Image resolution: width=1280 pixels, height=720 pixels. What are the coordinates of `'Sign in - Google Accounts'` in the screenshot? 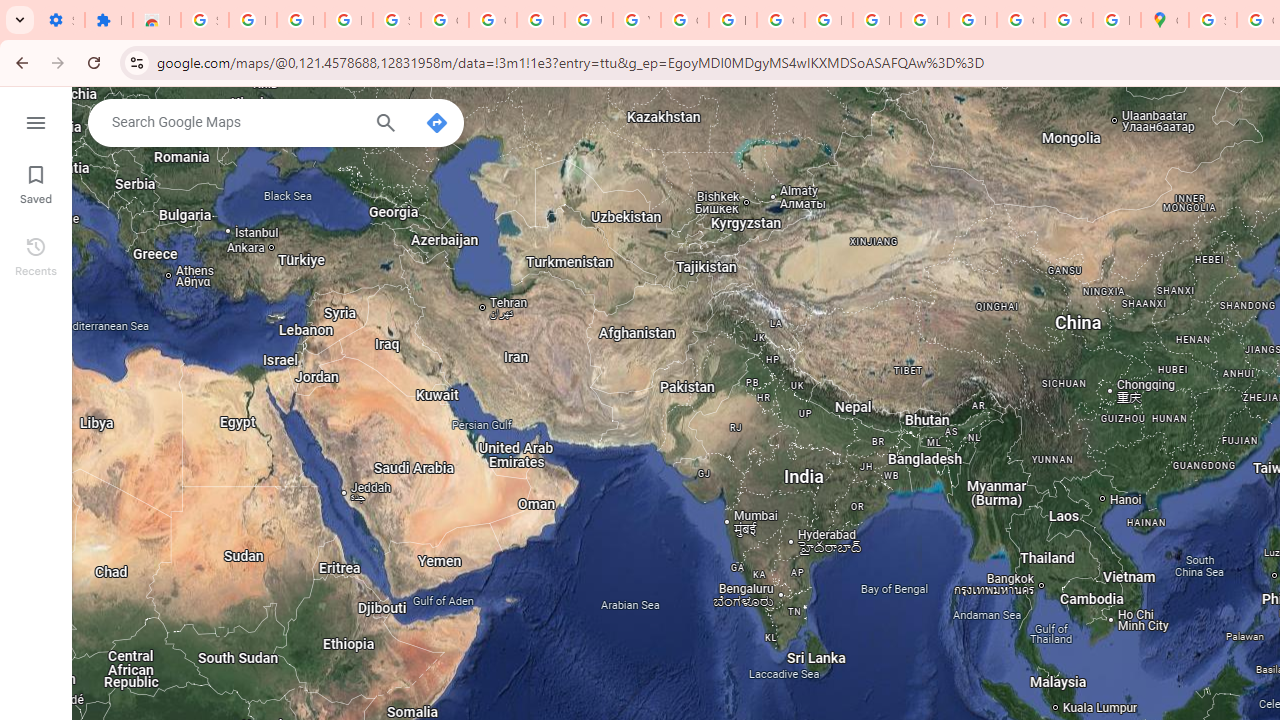 It's located at (396, 20).